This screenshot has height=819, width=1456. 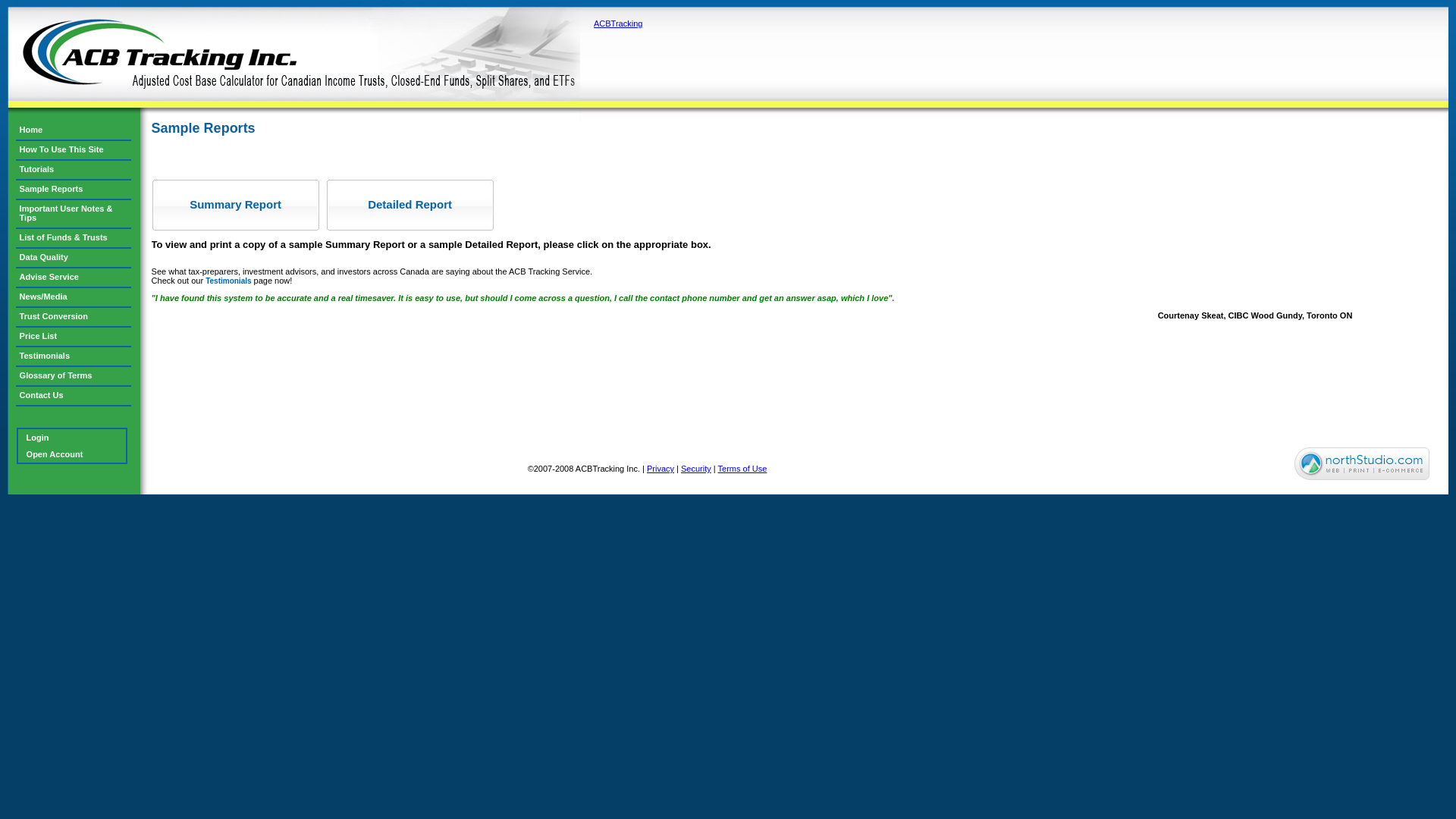 I want to click on 'Advise Service', so click(x=72, y=278).